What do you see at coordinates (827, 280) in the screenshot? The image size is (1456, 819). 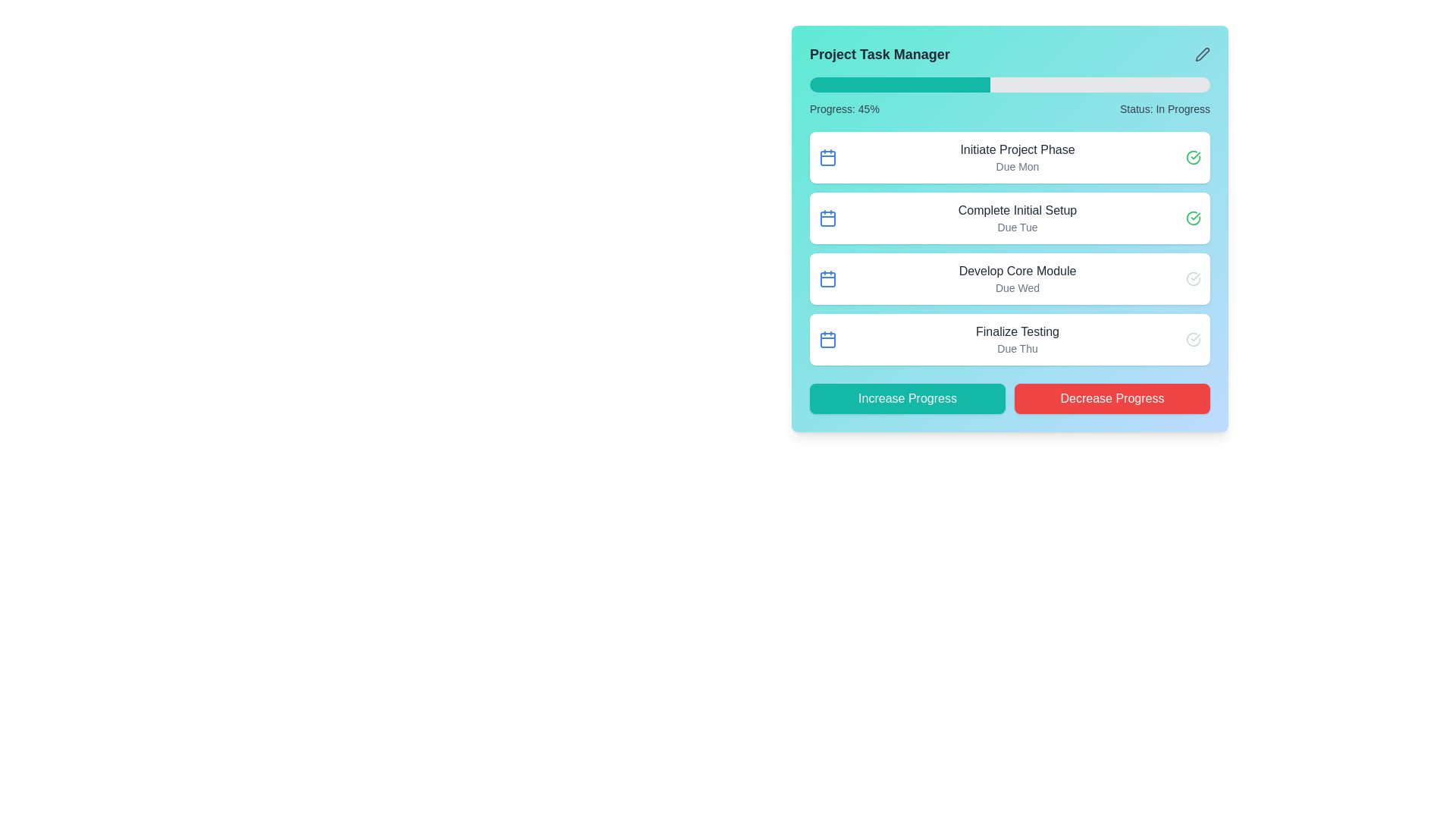 I see `the SVG rectangle element that visually indicates an emphasized date or active state within the calendar icon, located in the third list item titled 'Develop Core Module'` at bounding box center [827, 280].